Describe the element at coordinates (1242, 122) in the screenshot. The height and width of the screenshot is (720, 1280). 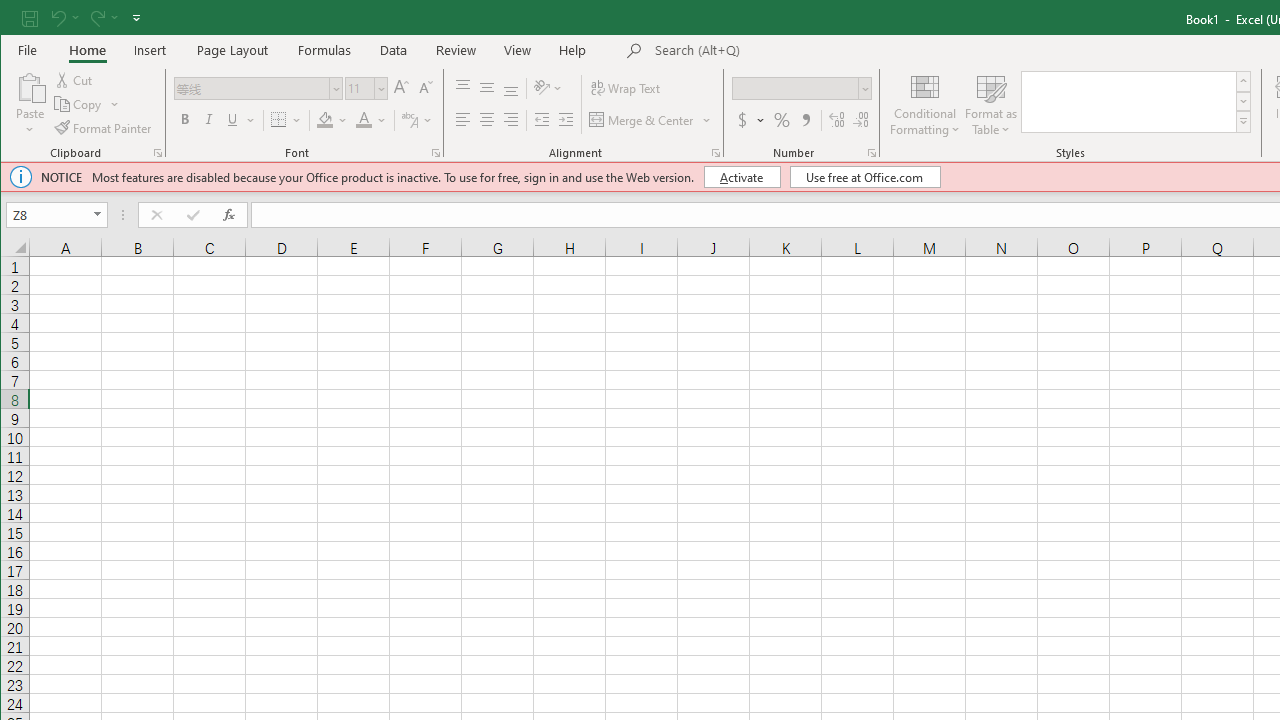
I see `'Cell Styles'` at that location.